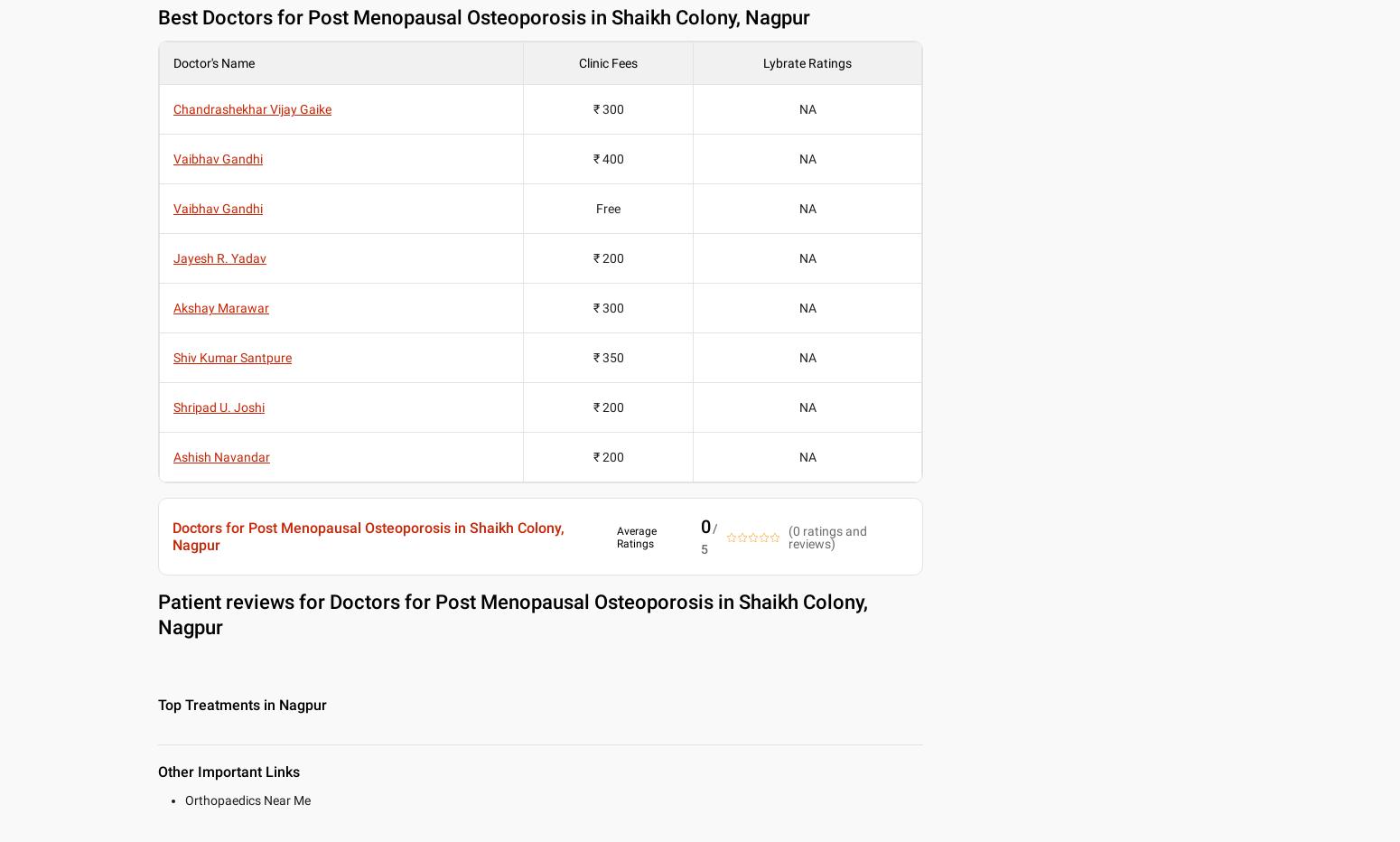  What do you see at coordinates (615, 536) in the screenshot?
I see `'Average Ratings'` at bounding box center [615, 536].